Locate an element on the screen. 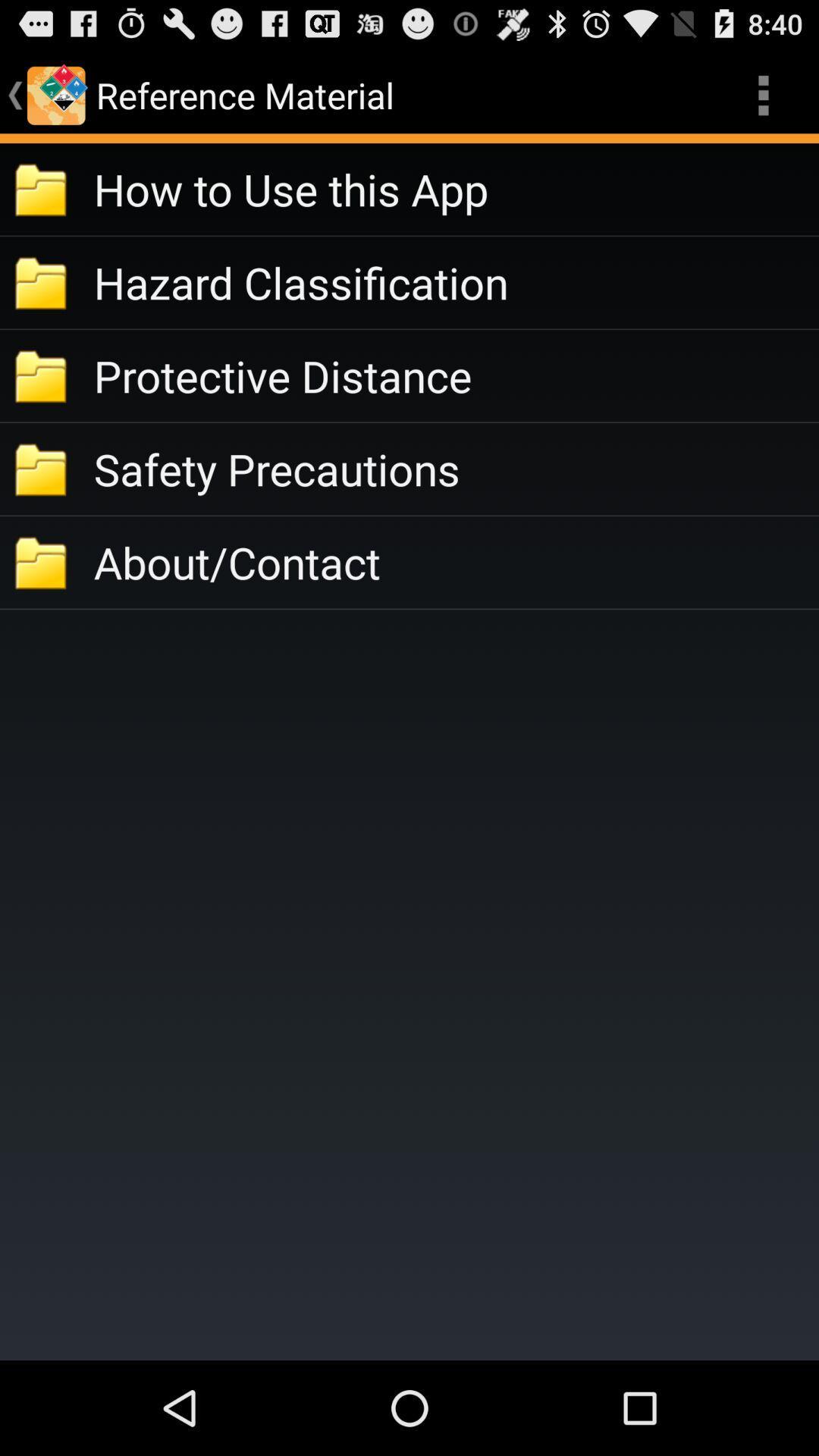 The image size is (819, 1456). the item at the top right corner is located at coordinates (763, 94).